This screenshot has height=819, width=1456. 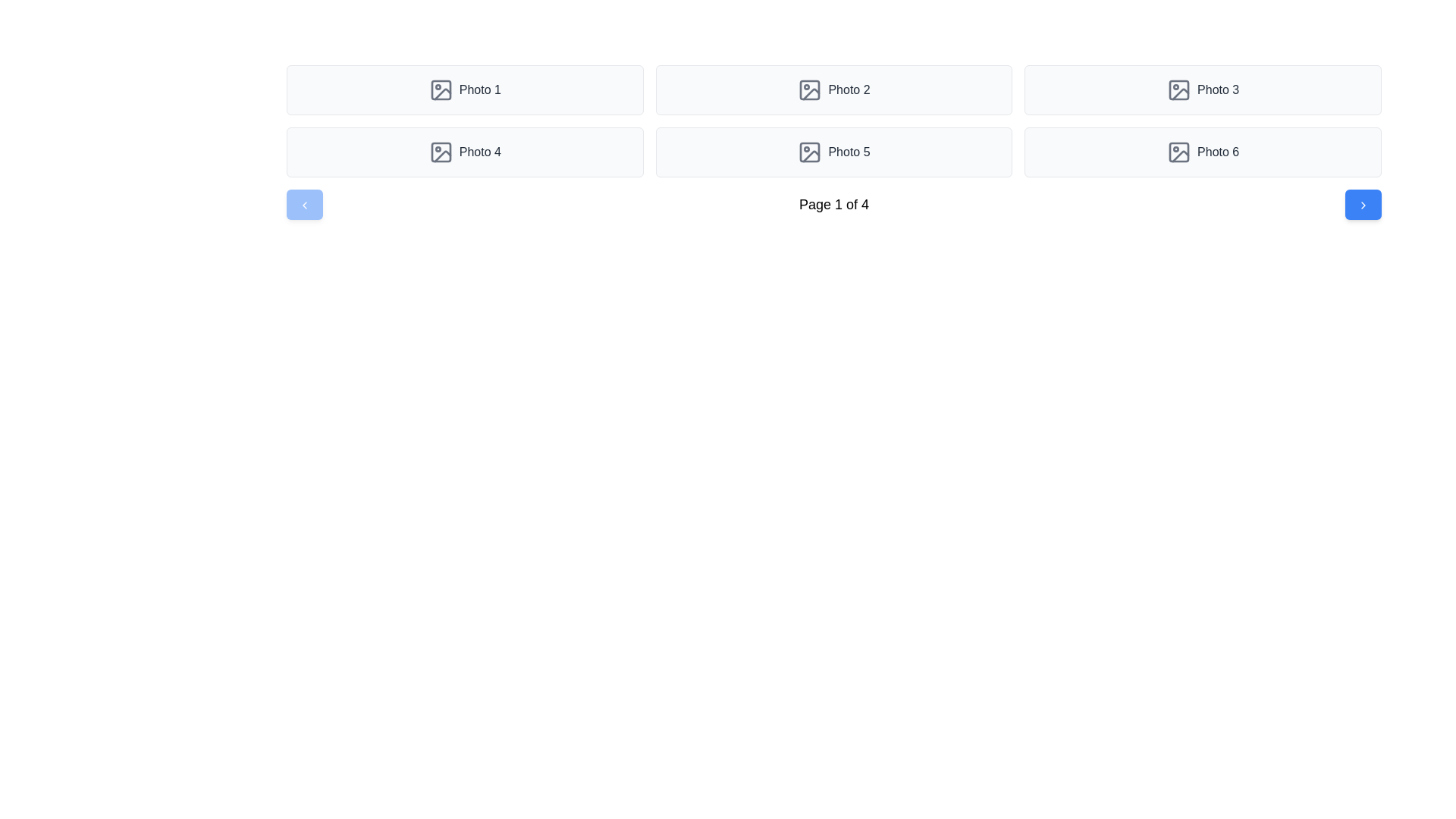 What do you see at coordinates (479, 90) in the screenshot?
I see `the text label that describes the graphical element, located in the top row and leftmost column of the grid, to the right of the graphic icon` at bounding box center [479, 90].